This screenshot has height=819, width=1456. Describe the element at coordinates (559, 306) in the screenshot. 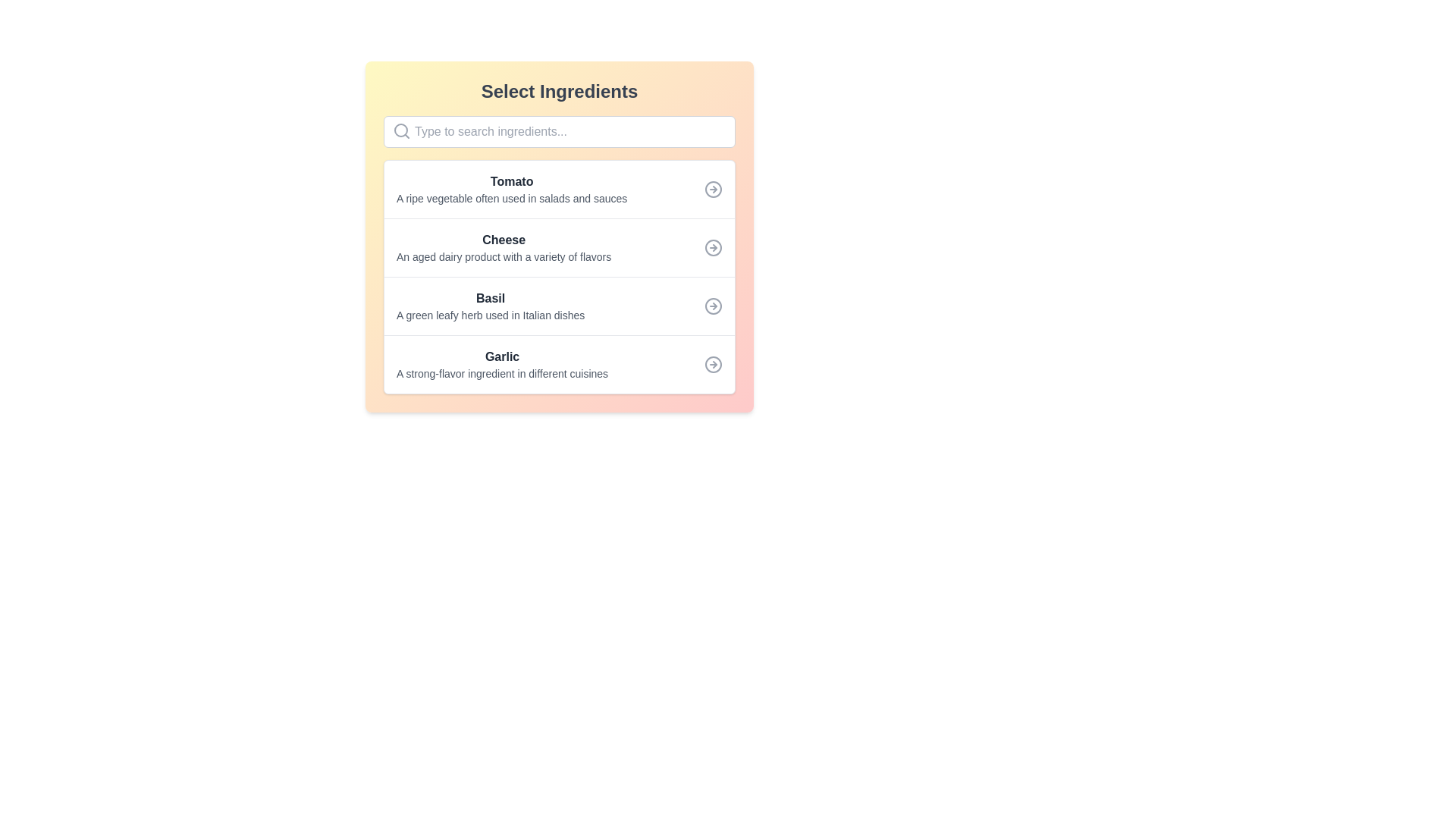

I see `the list item labeled 'Basil', which includes a description and an icon resembling a rightwards arrow` at that location.